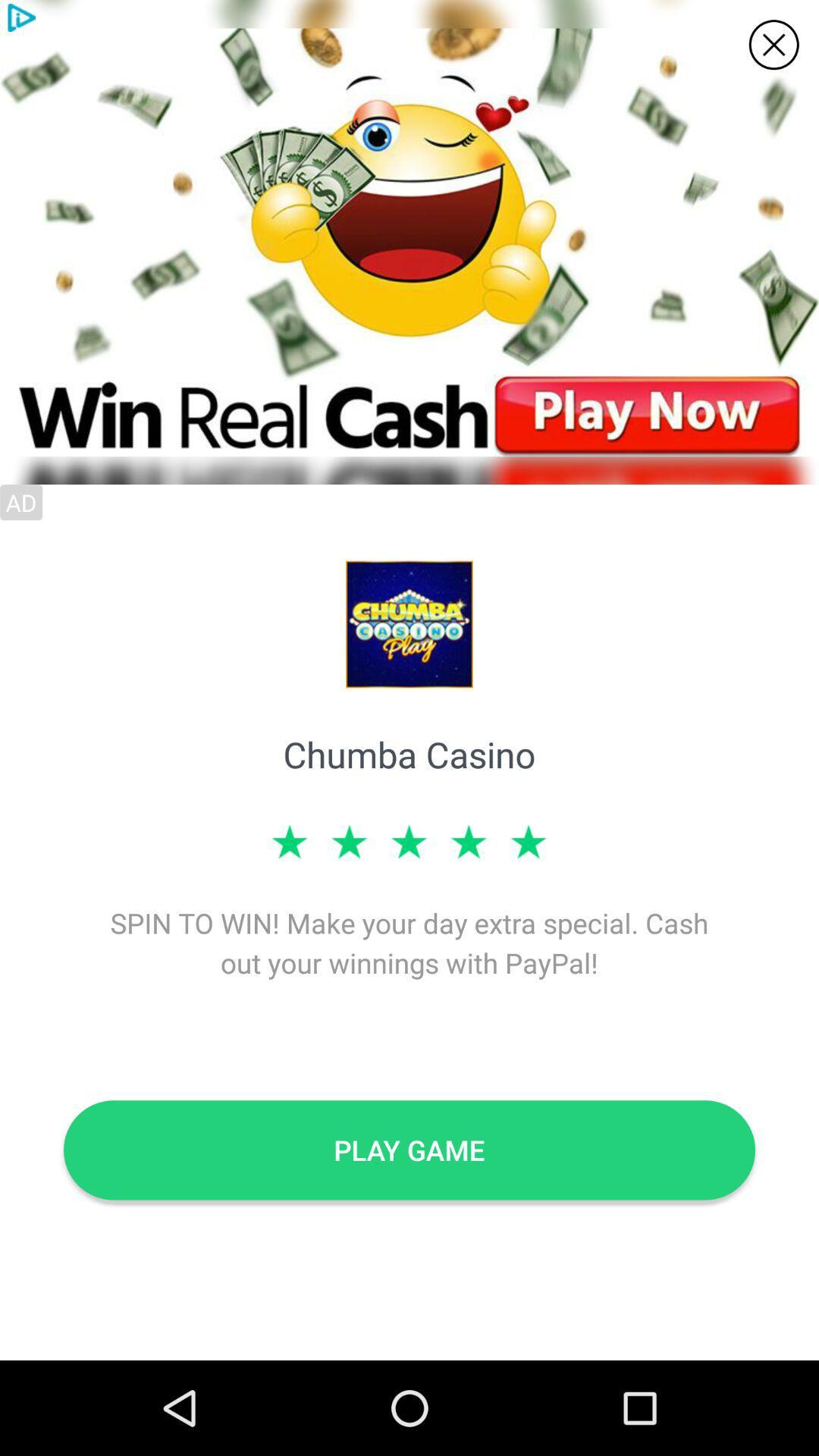  I want to click on the close icon, so click(773, 45).